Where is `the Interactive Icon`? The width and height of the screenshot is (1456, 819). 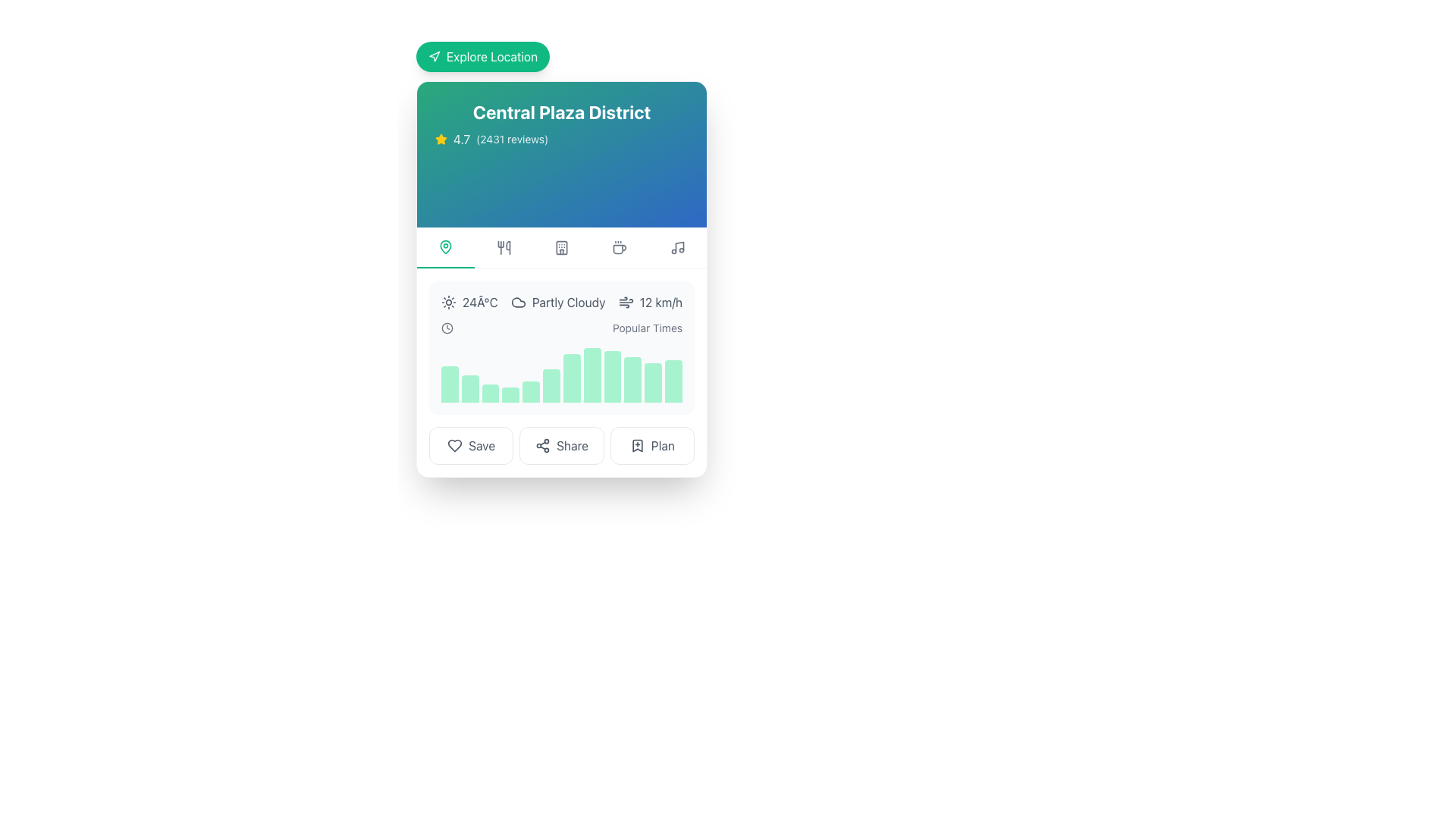
the Interactive Icon is located at coordinates (676, 247).